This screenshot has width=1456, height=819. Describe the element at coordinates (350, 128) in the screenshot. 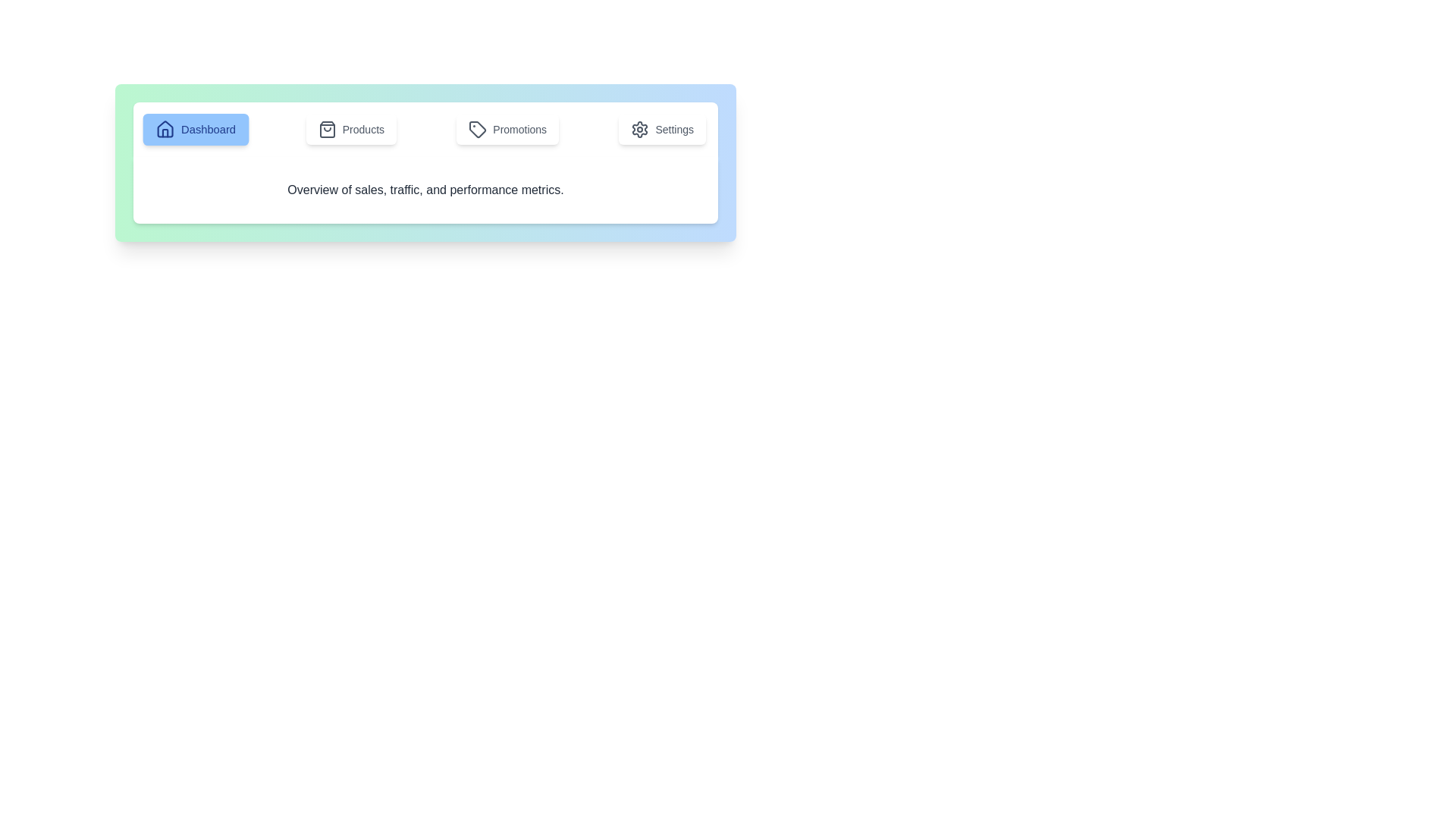

I see `the tab labeled Products` at that location.